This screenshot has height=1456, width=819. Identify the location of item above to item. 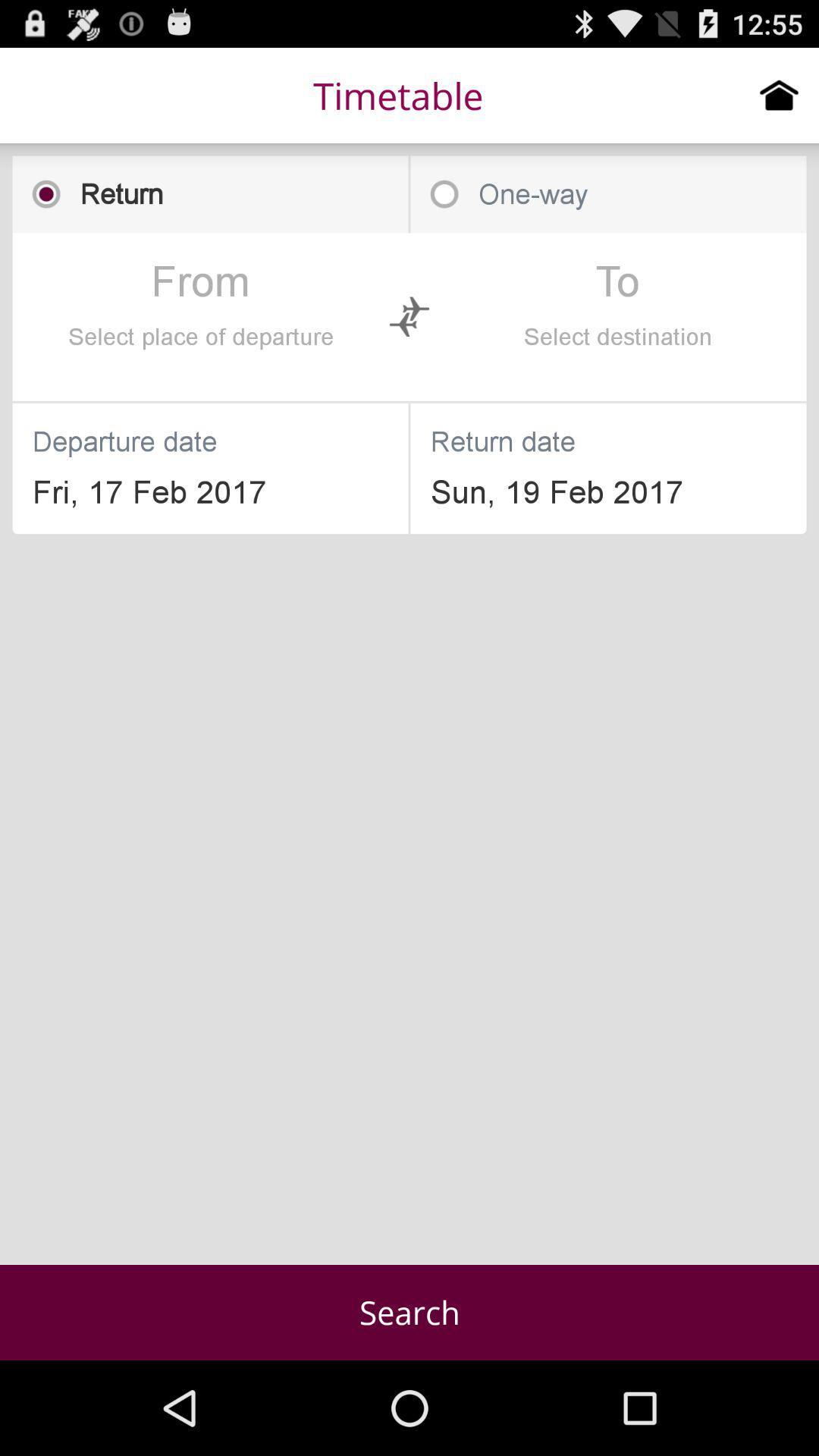
(607, 193).